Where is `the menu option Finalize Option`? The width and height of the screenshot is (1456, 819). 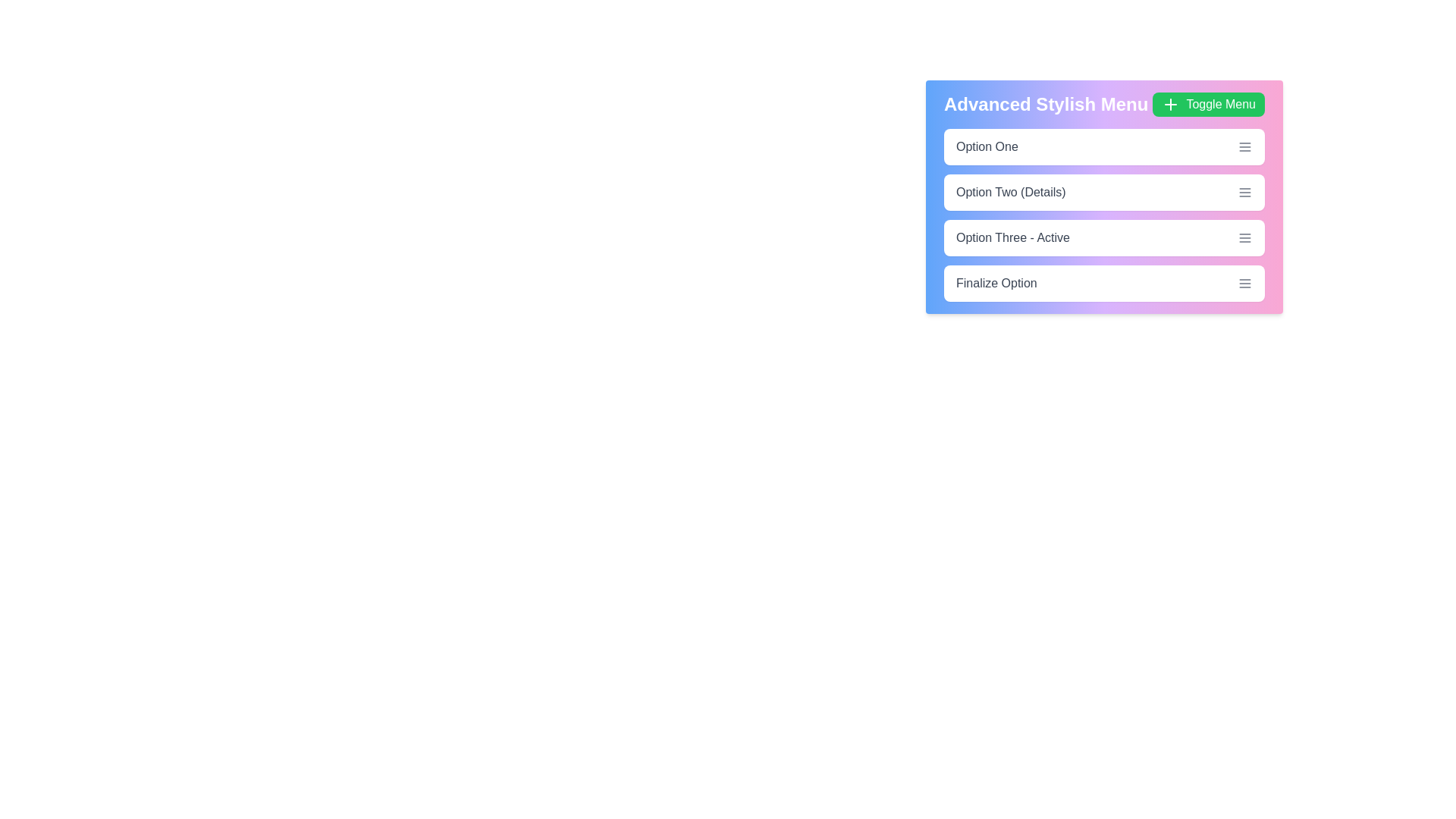 the menu option Finalize Option is located at coordinates (1104, 284).